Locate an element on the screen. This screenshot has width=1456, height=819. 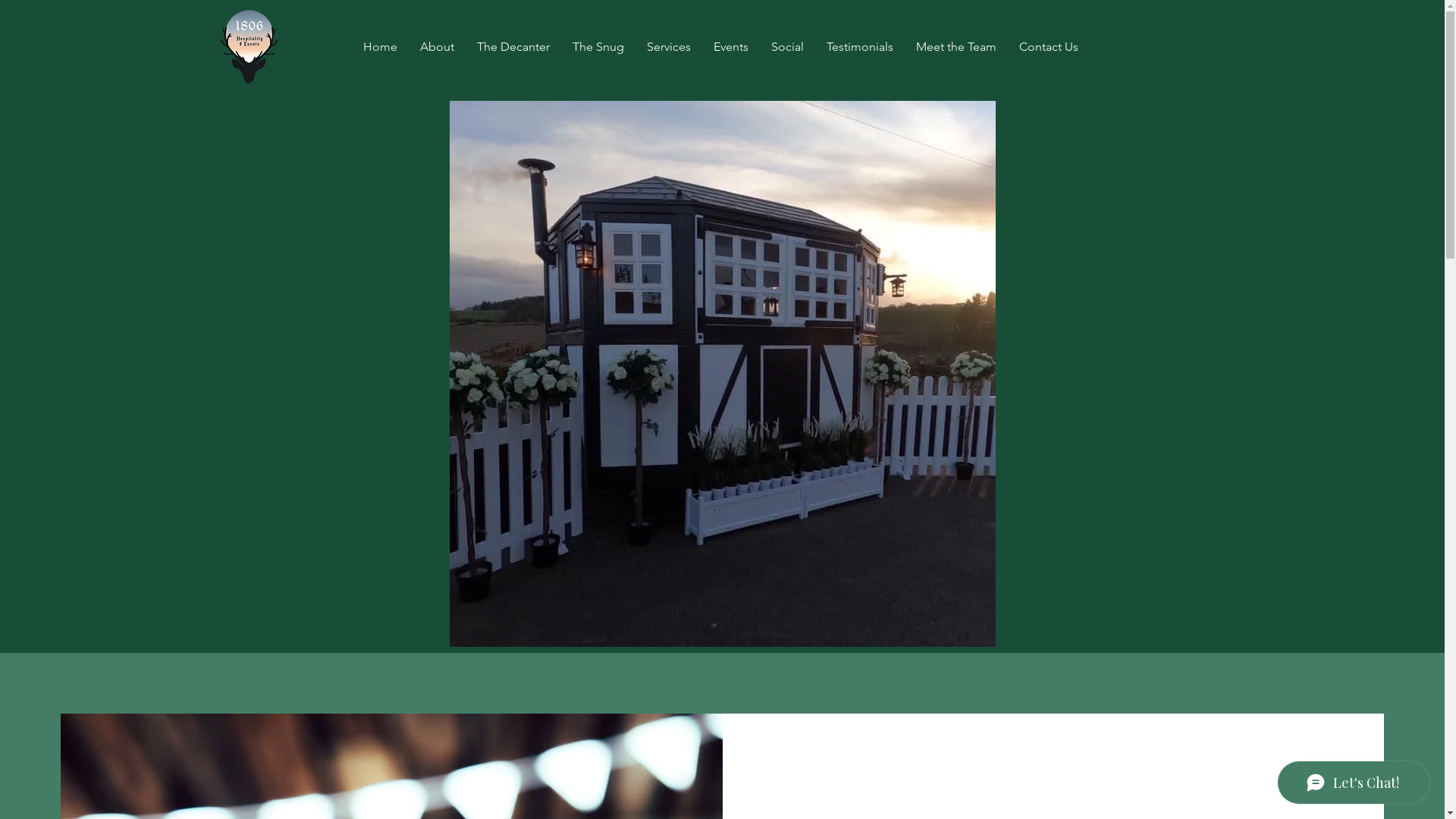
'Services' is located at coordinates (668, 45).